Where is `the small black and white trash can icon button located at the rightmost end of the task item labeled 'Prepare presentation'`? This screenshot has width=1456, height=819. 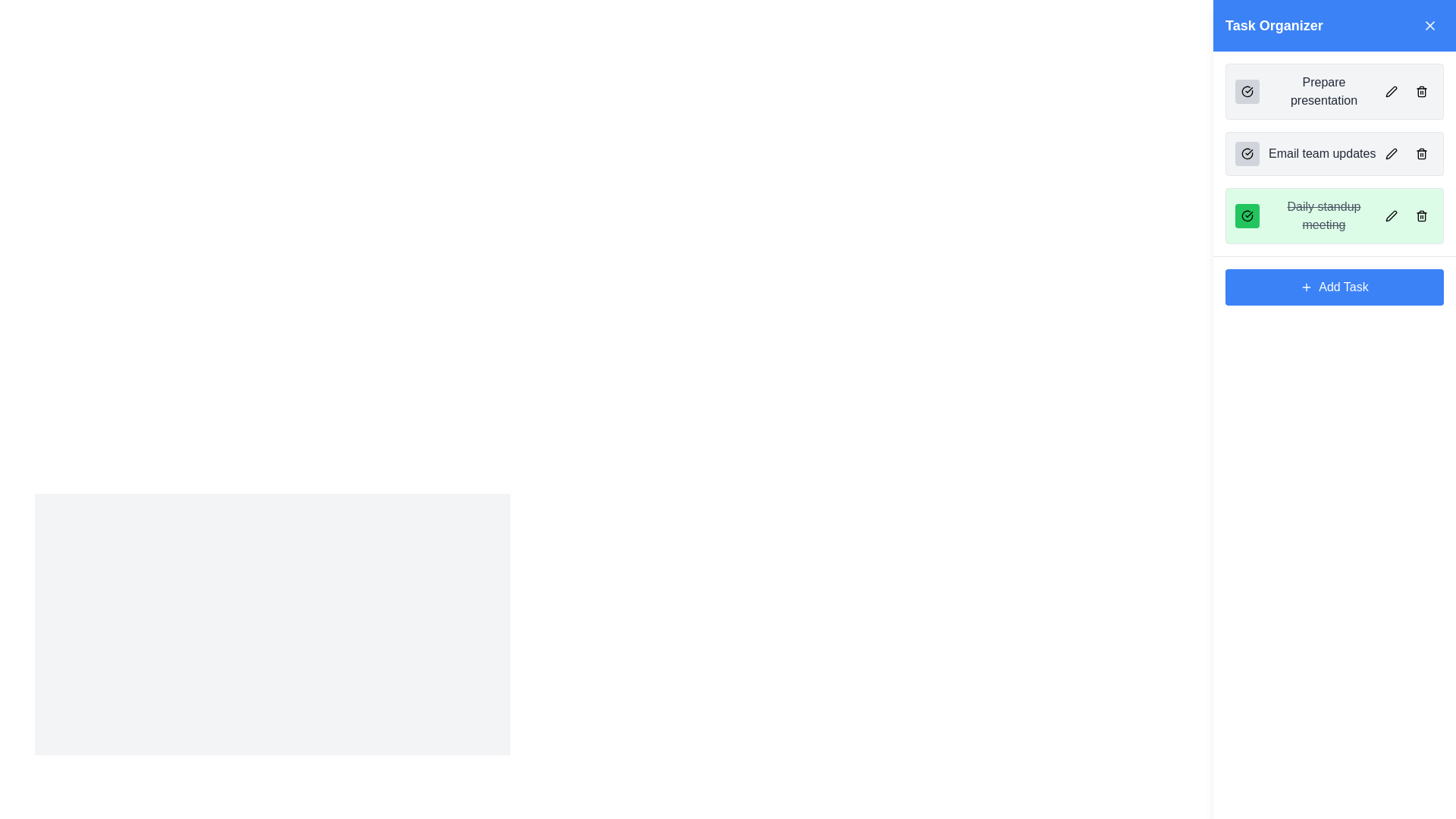 the small black and white trash can icon button located at the rightmost end of the task item labeled 'Prepare presentation' is located at coordinates (1421, 91).